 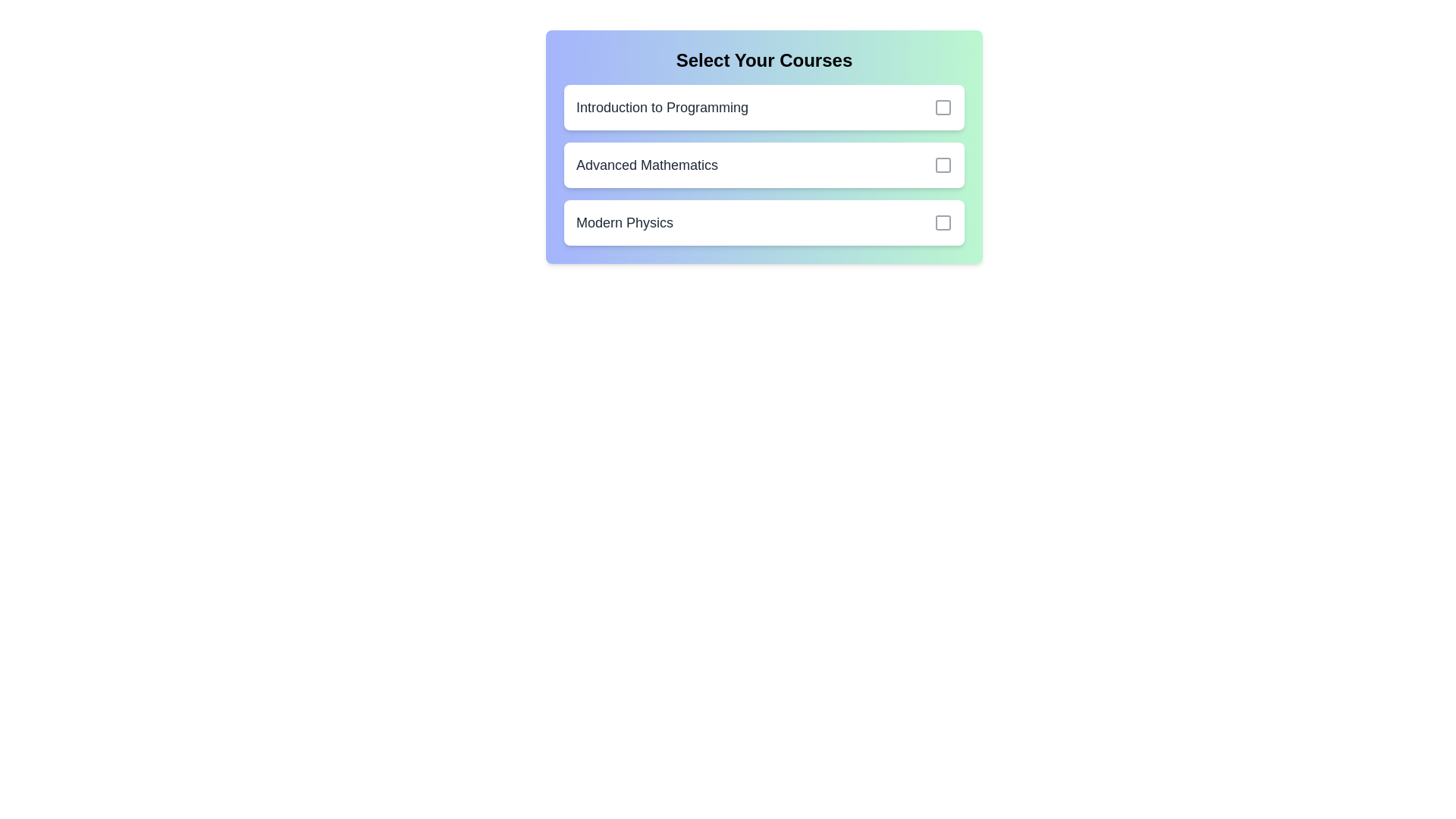 What do you see at coordinates (764, 60) in the screenshot?
I see `the heading text 'Select Your Courses' to select or highlight it` at bounding box center [764, 60].